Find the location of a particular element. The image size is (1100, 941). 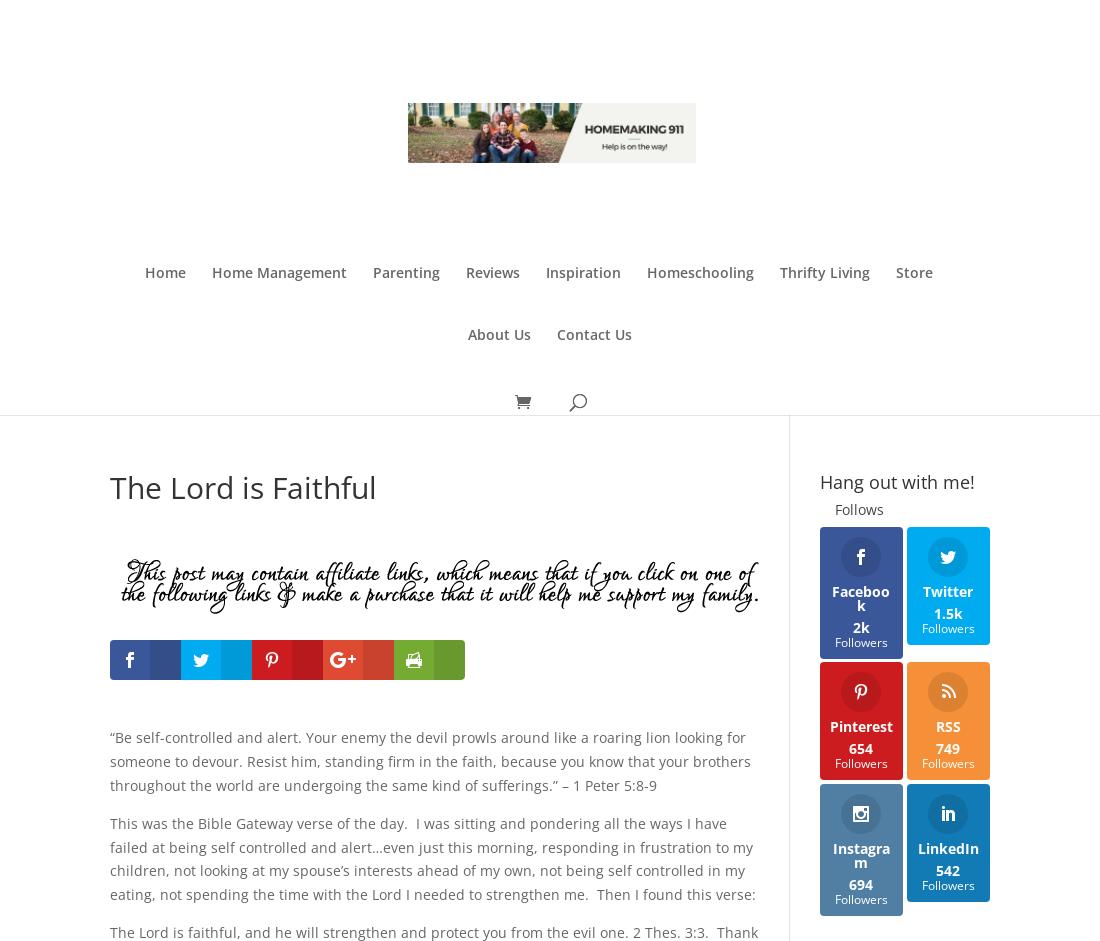

'2k' is located at coordinates (859, 626).